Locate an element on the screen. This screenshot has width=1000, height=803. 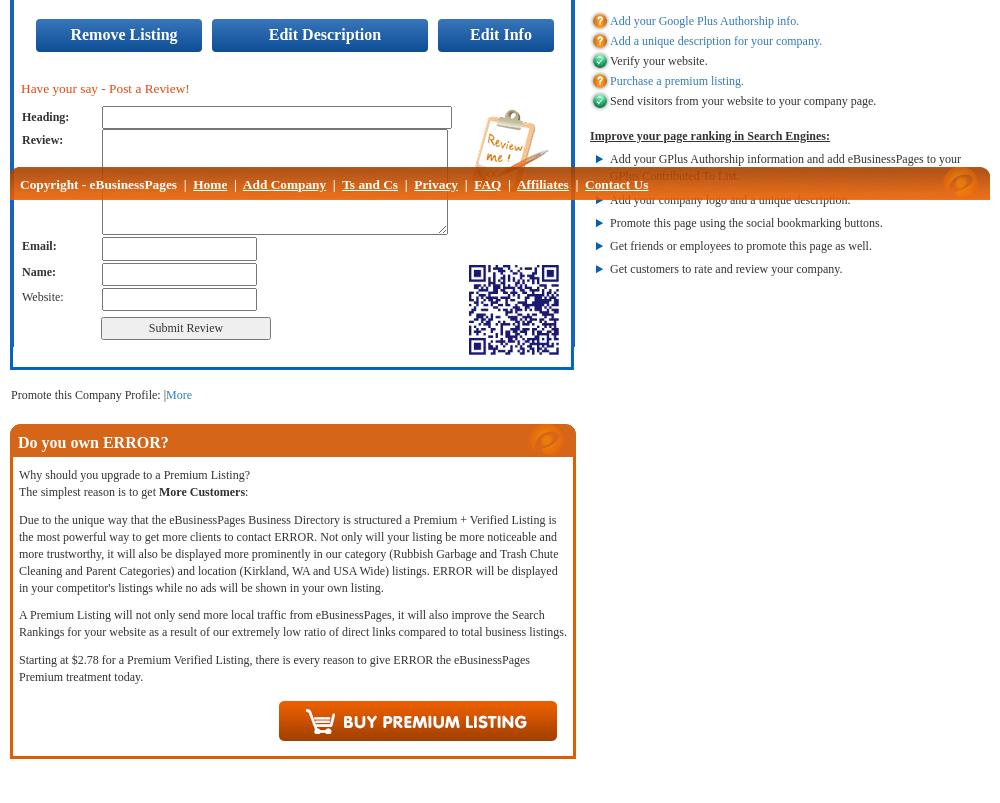
'Due to the unique way that the eBusinessPages Business Directory is structured a Premium + Verified Listing is the most powerful way to get more clients to contact ERROR. Not only will your listing be more noticeable and more trustworthy, it will also be displayed more prominently in our category (Rubbish Garbage and Trash Chute Cleaning and Parent Categories) and location (Kirkland, WA and USA Wide) listings. ERROR will be displayed in your competitor's listings while no ads will be shown in your own listing.' is located at coordinates (288, 553).